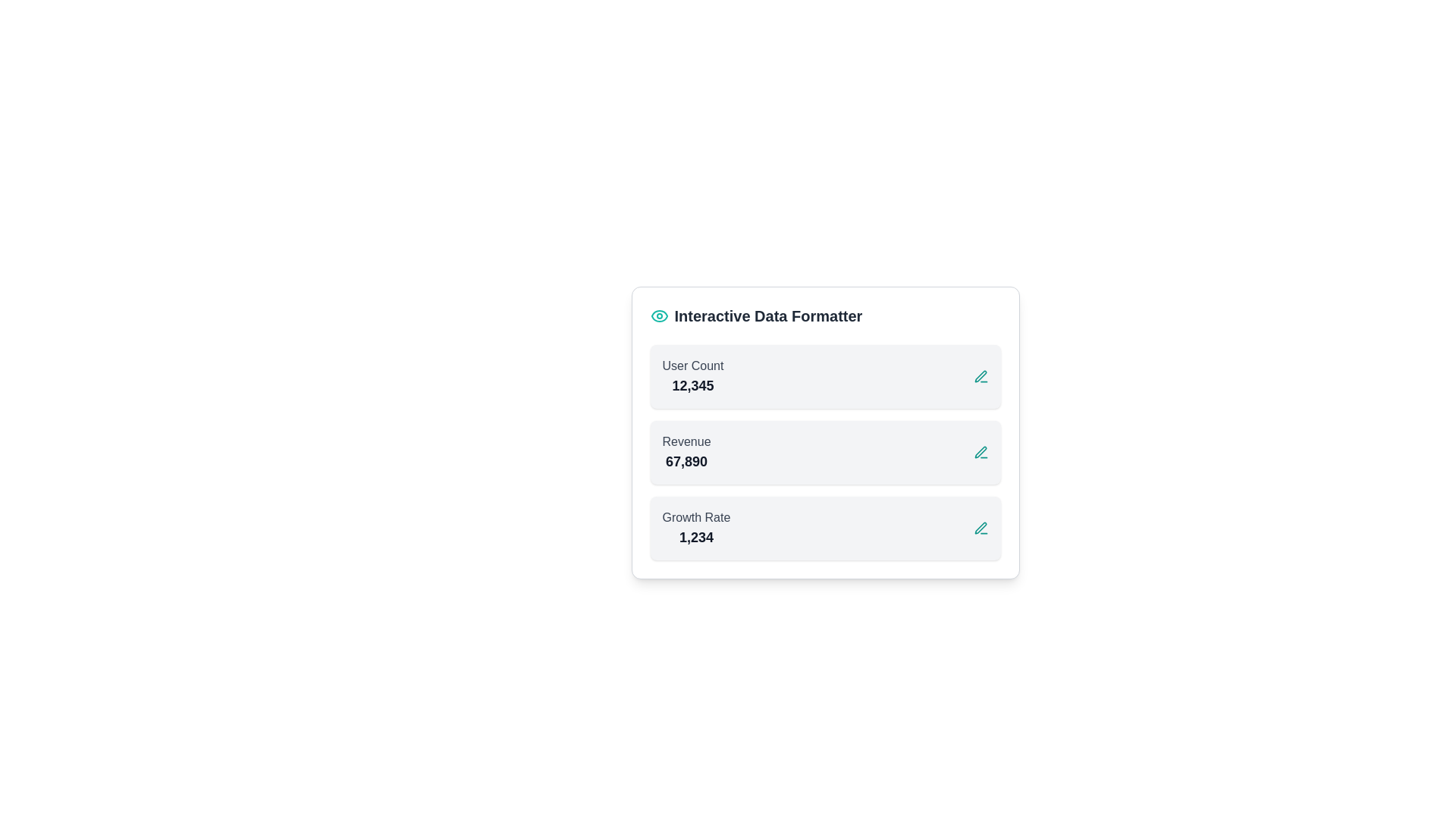  Describe the element at coordinates (686, 441) in the screenshot. I see `the descriptive text label that provides context for the revenue data '67,890', located in the second section of the 'Interactive Data Formatter' panel` at that location.